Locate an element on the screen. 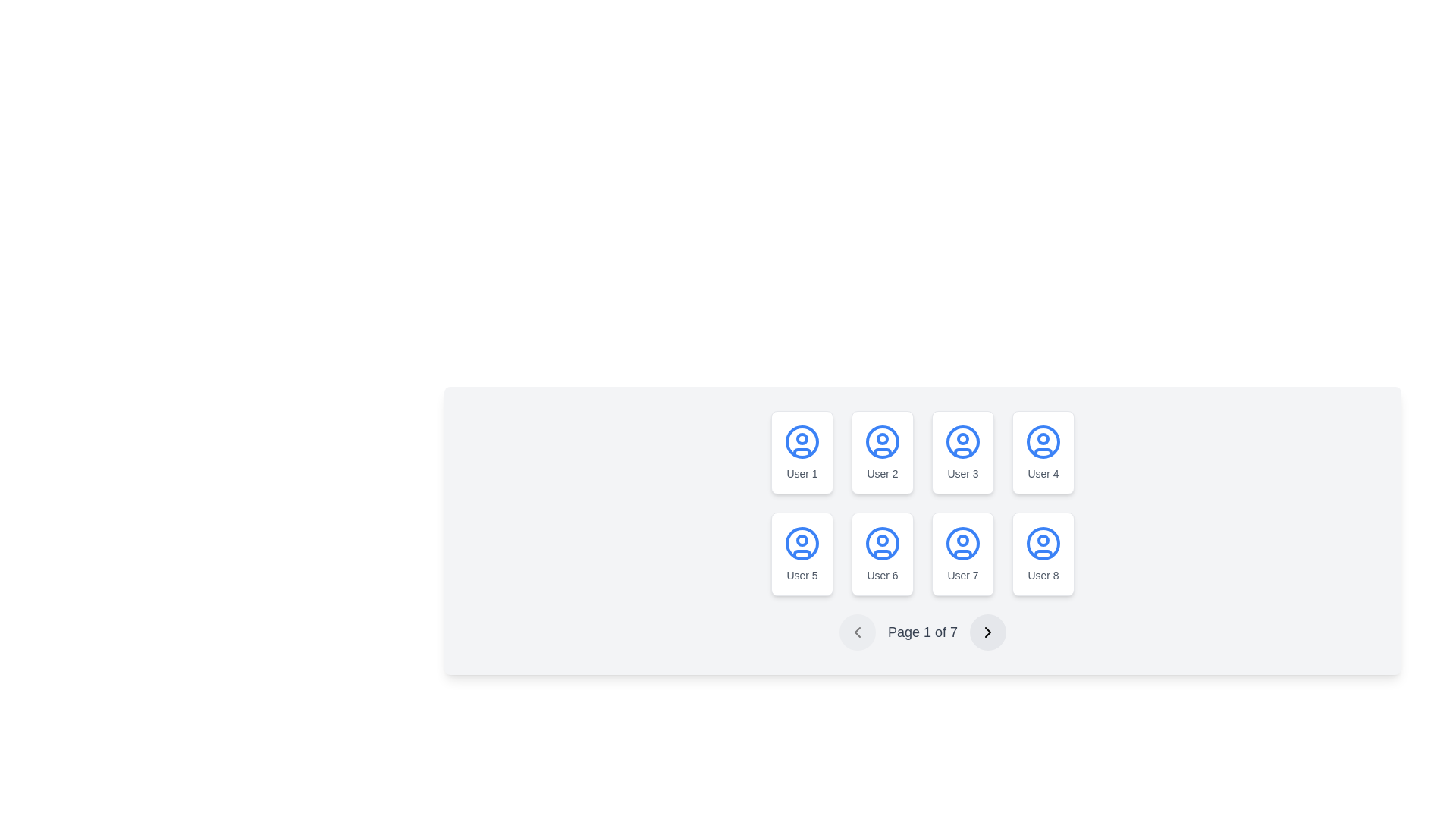 The image size is (1456, 819). the decorative circular element located at the center of the user profile icon for the third card in the first row of the grid is located at coordinates (962, 438).